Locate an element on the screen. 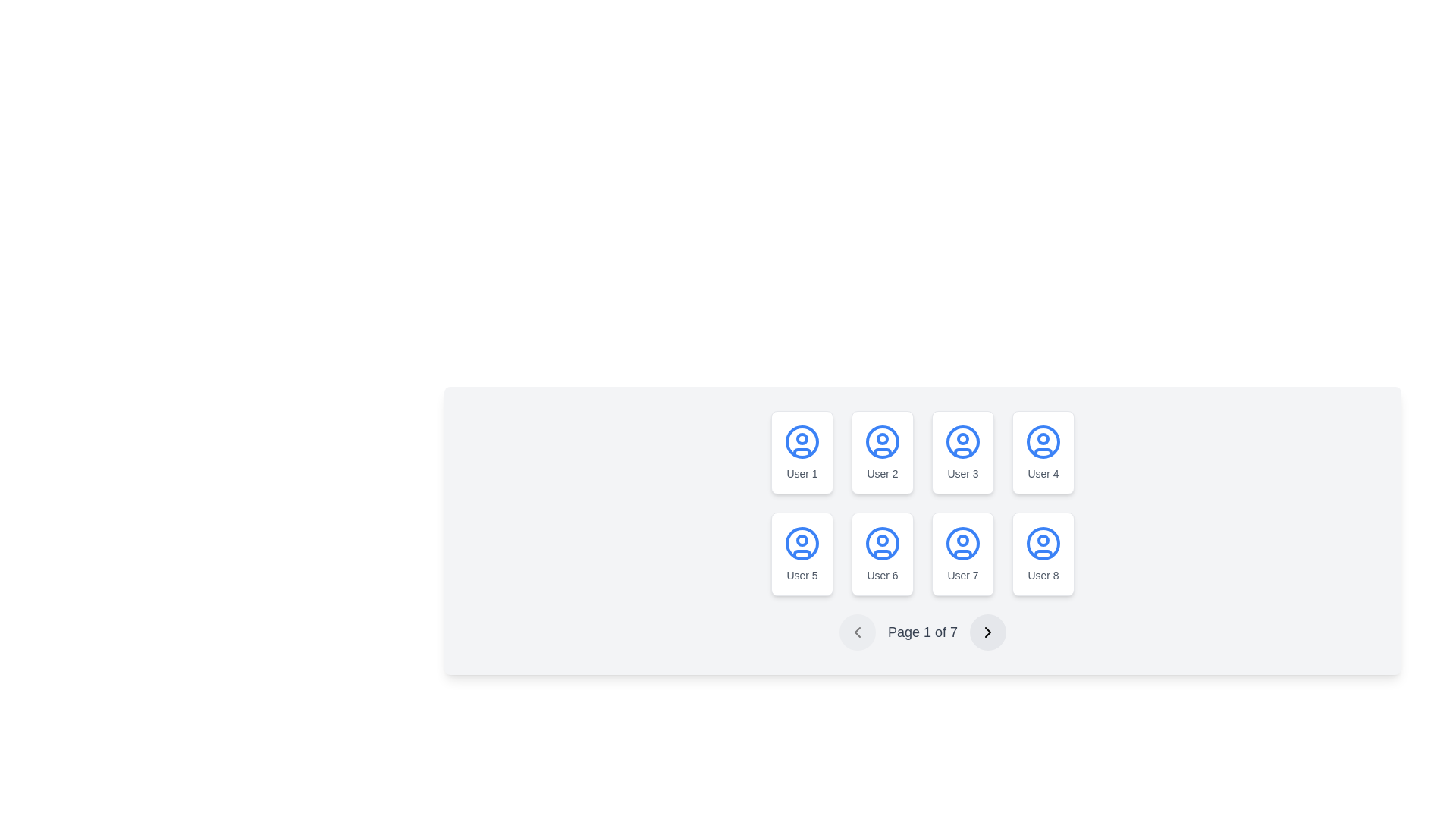 The image size is (1456, 819). the decorative circular element located at the center of the user profile icon for the third card in the first row of the grid is located at coordinates (962, 438).